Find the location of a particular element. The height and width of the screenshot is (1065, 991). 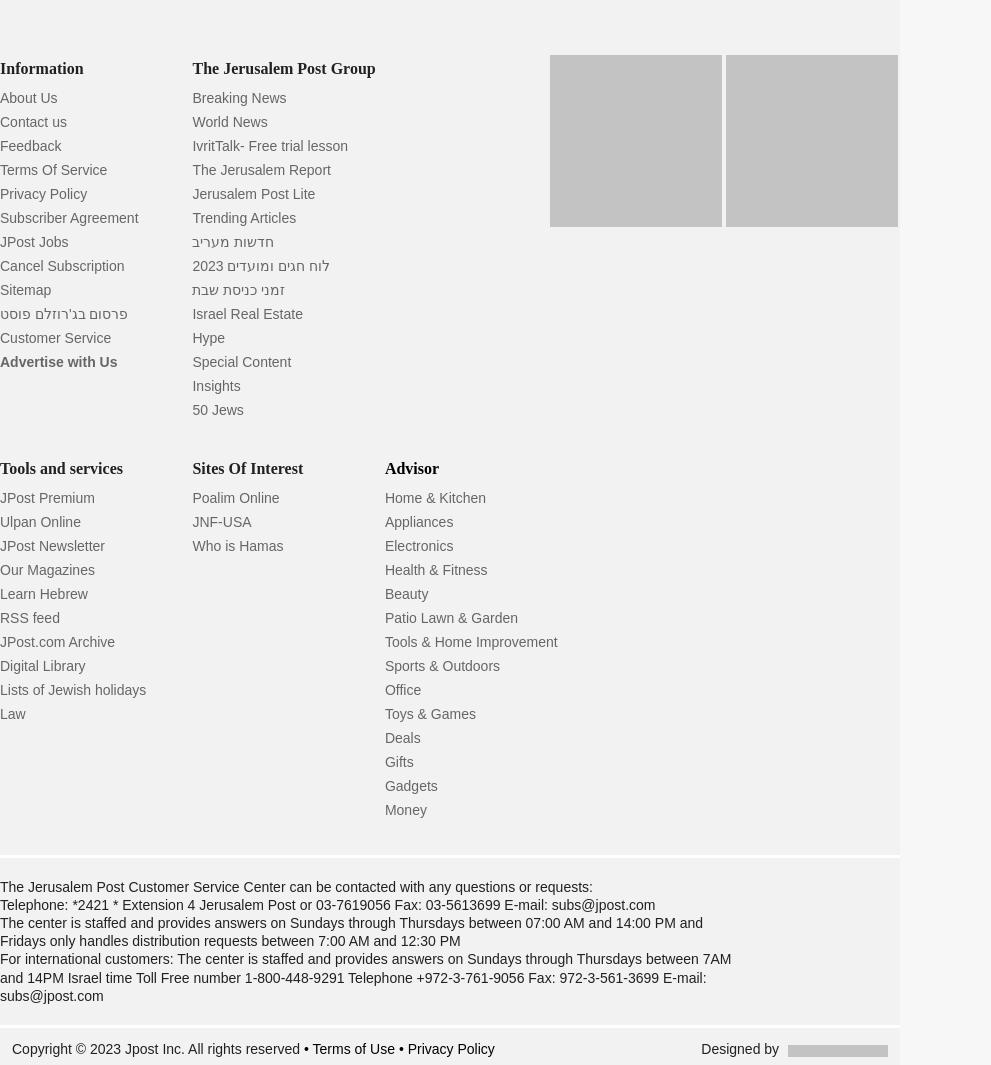

'לוח חגים ומועדים 2023' is located at coordinates (261, 265).